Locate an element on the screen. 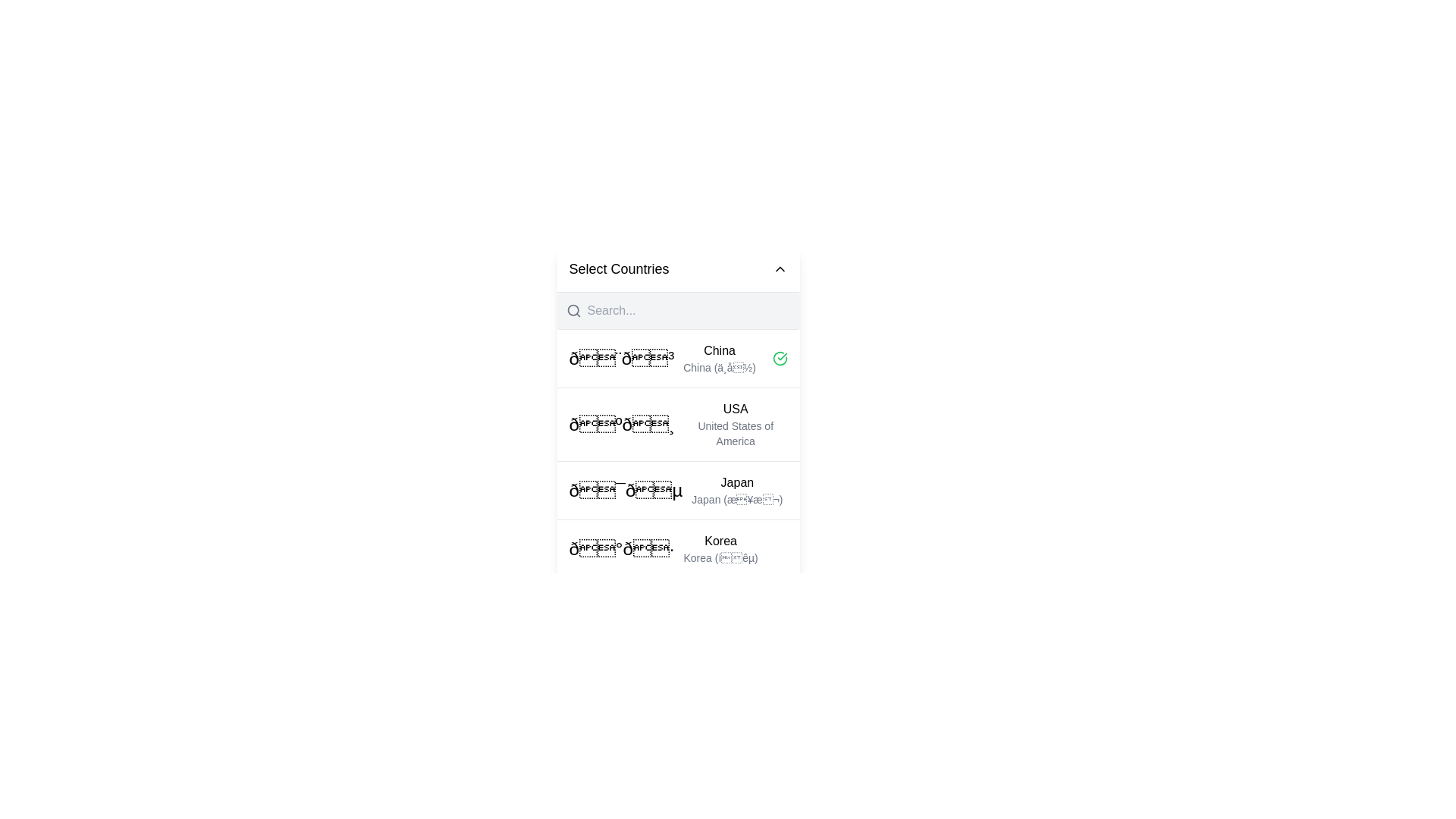 The height and width of the screenshot is (819, 1456). the text block displaying 'China' and 'China (ä¸­å›½)' is located at coordinates (719, 359).